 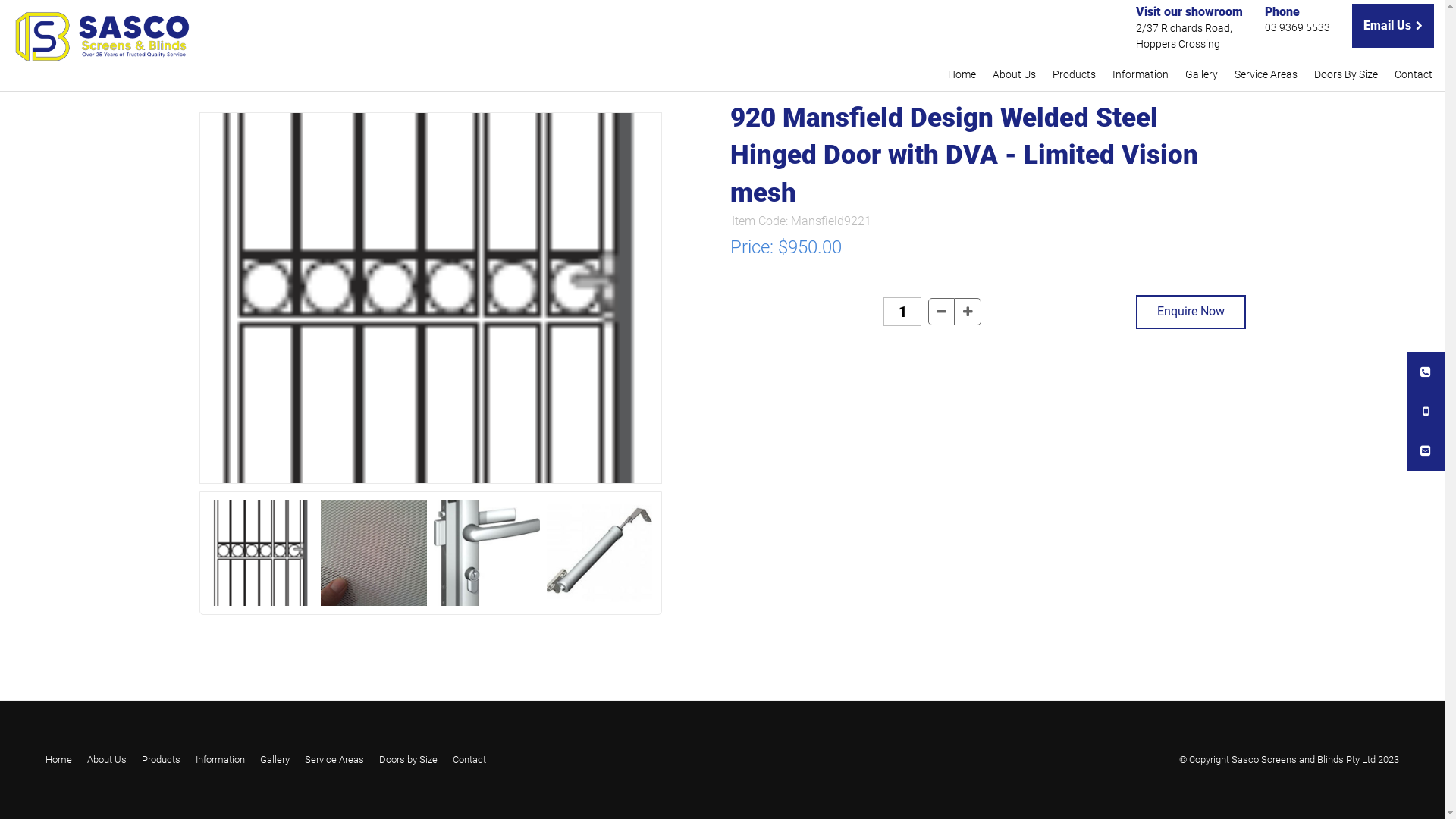 What do you see at coordinates (1189, 312) in the screenshot?
I see `'Enquire Now'` at bounding box center [1189, 312].